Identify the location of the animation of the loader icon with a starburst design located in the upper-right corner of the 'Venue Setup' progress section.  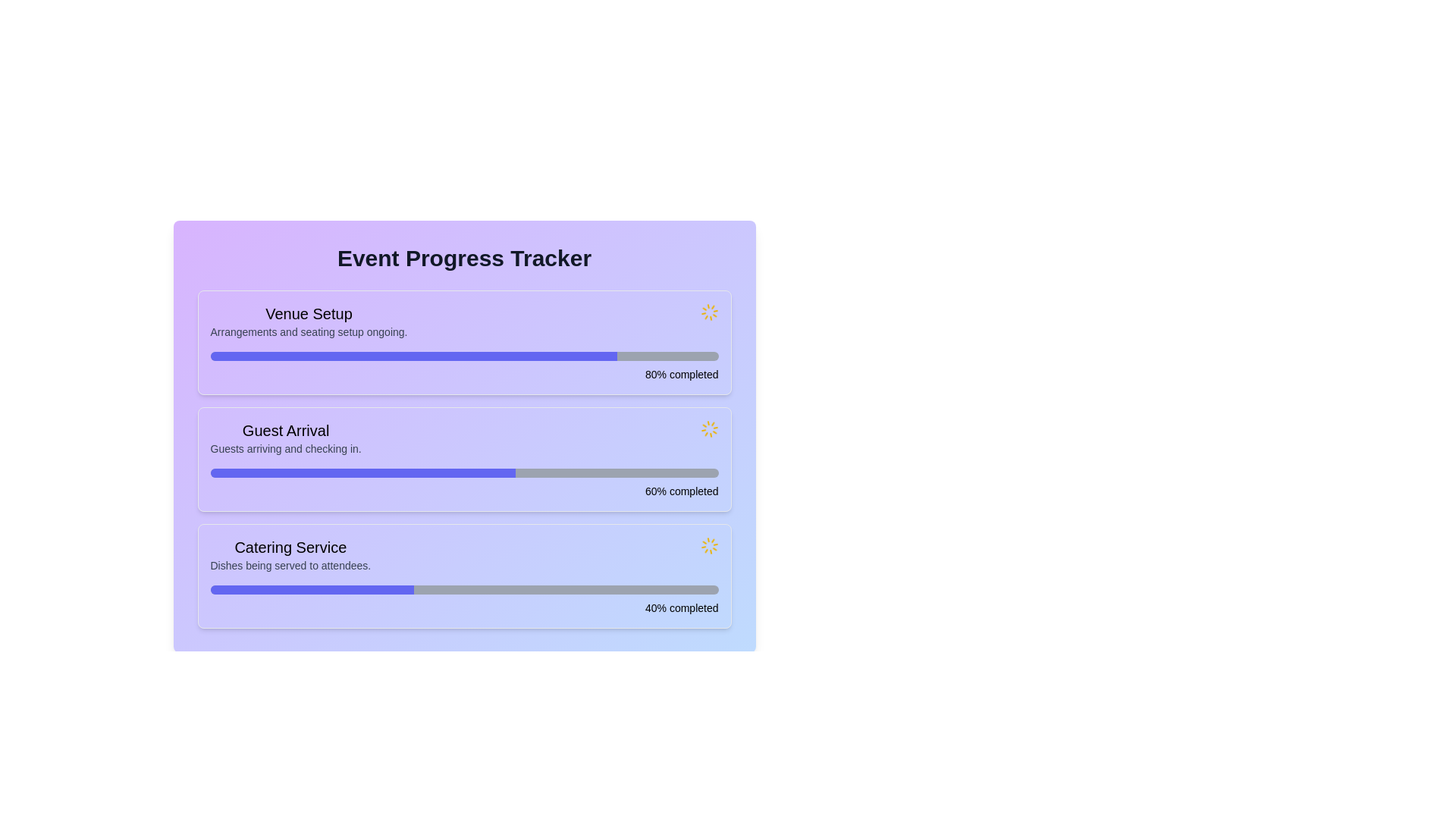
(708, 312).